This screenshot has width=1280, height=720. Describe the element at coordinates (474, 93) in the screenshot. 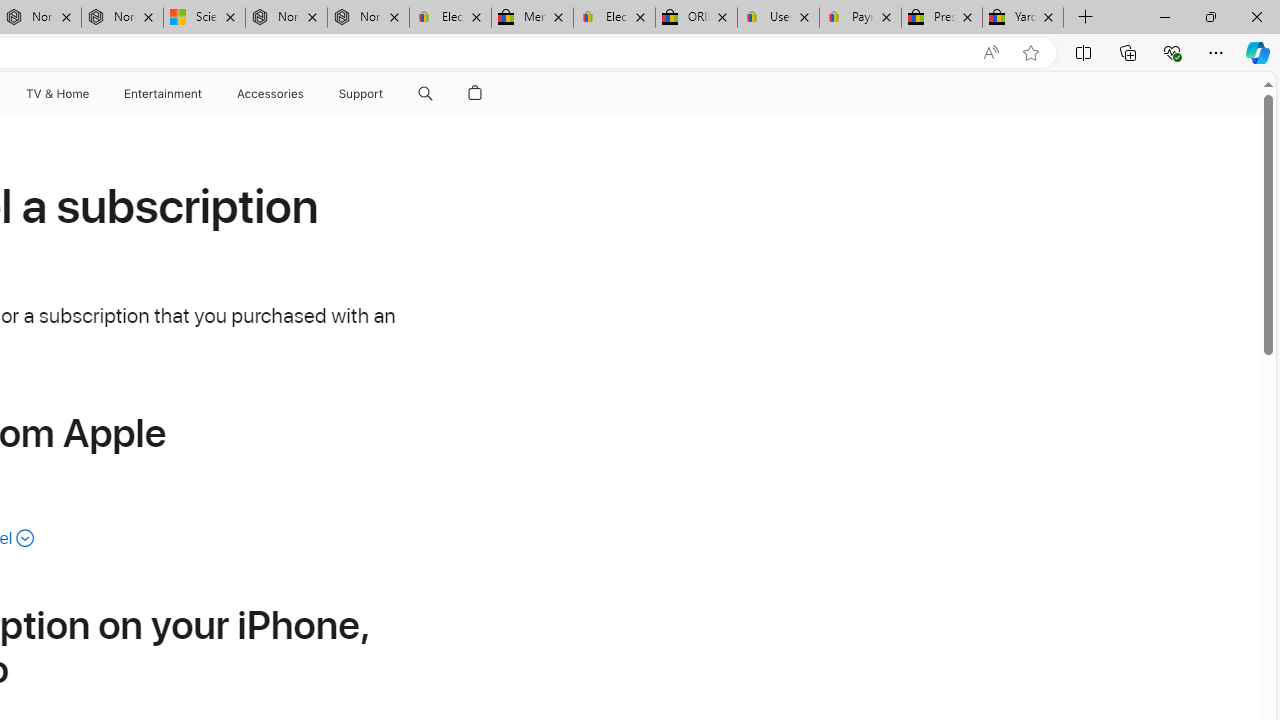

I see `'AutomationID: globalnav-bag'` at that location.